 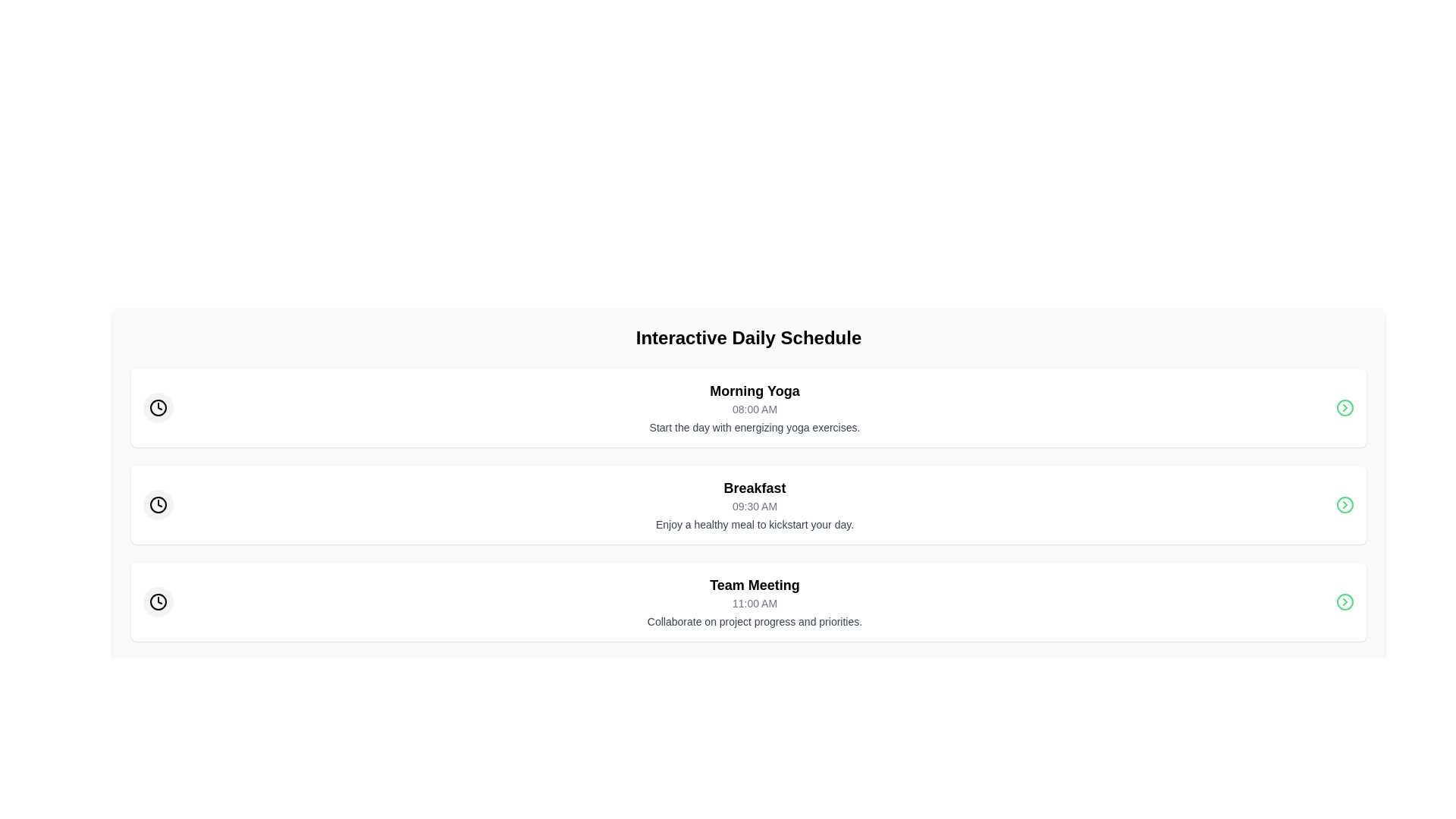 What do you see at coordinates (755, 488) in the screenshot?
I see `the 'Breakfast' section title text label, which is the first and largest text block in the middle row of the schedule layout` at bounding box center [755, 488].